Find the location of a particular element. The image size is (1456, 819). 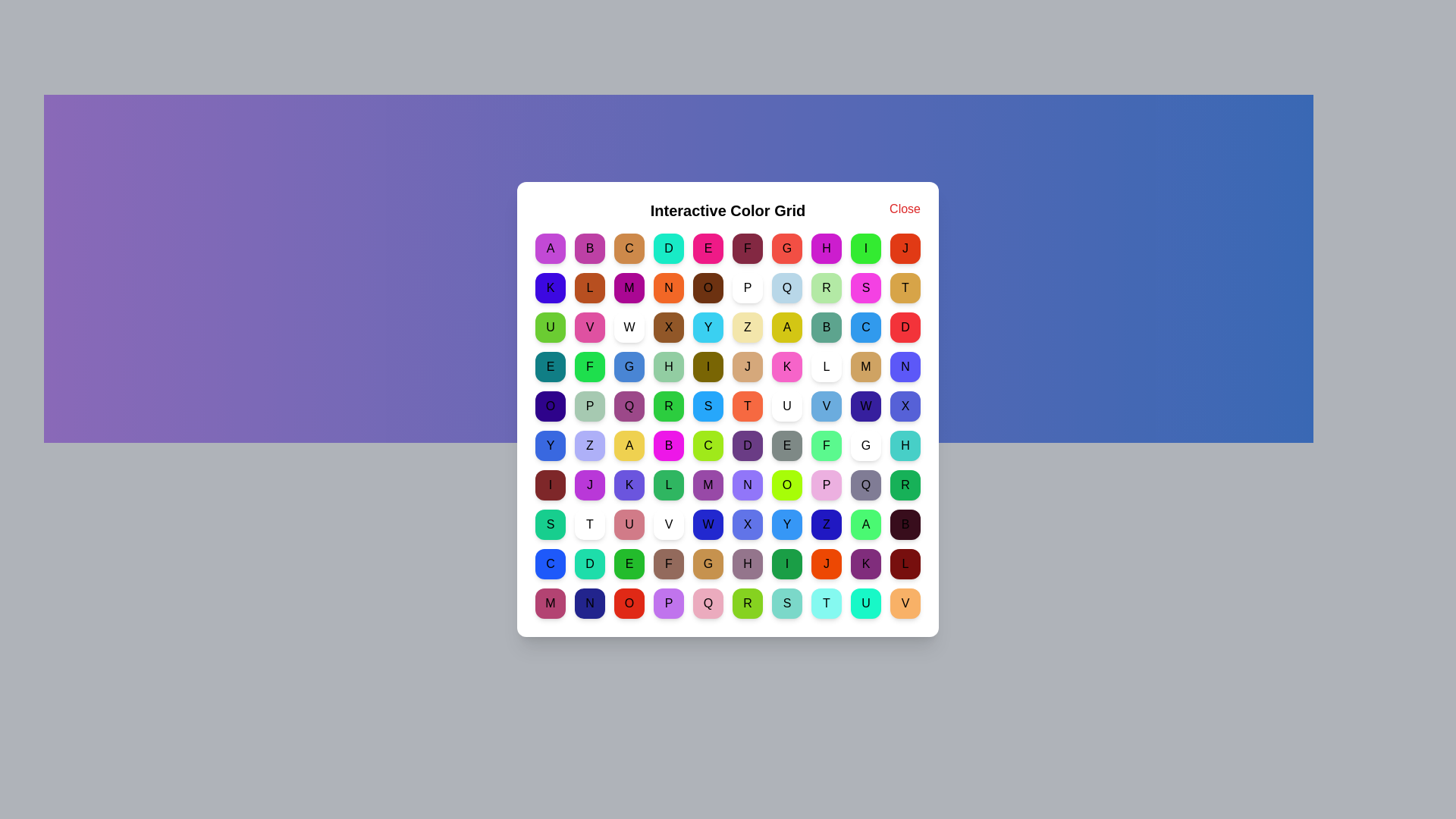

the grid cell labeled Y to view its color message is located at coordinates (708, 327).